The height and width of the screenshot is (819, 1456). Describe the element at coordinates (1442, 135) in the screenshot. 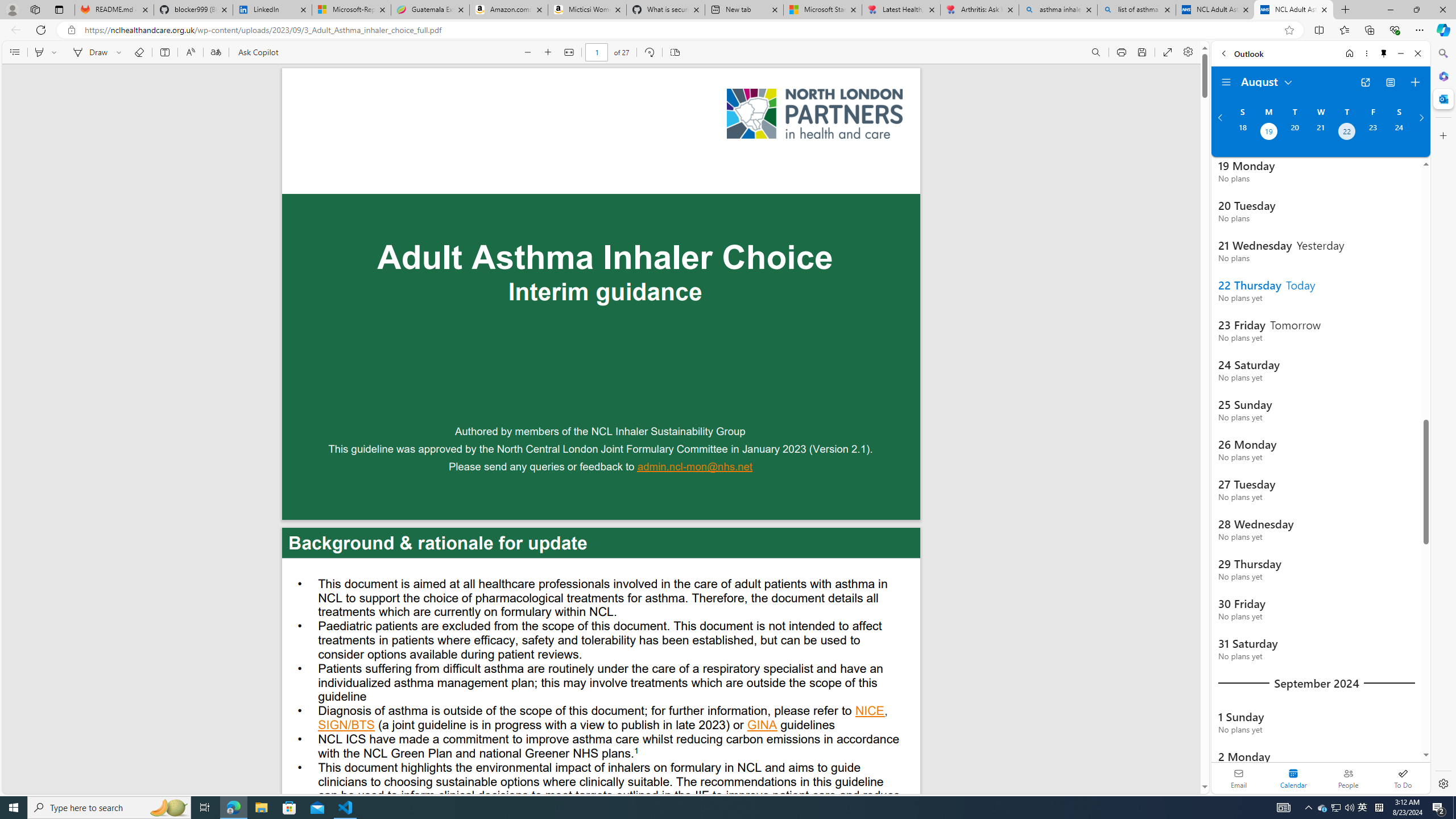

I see `'Customize'` at that location.